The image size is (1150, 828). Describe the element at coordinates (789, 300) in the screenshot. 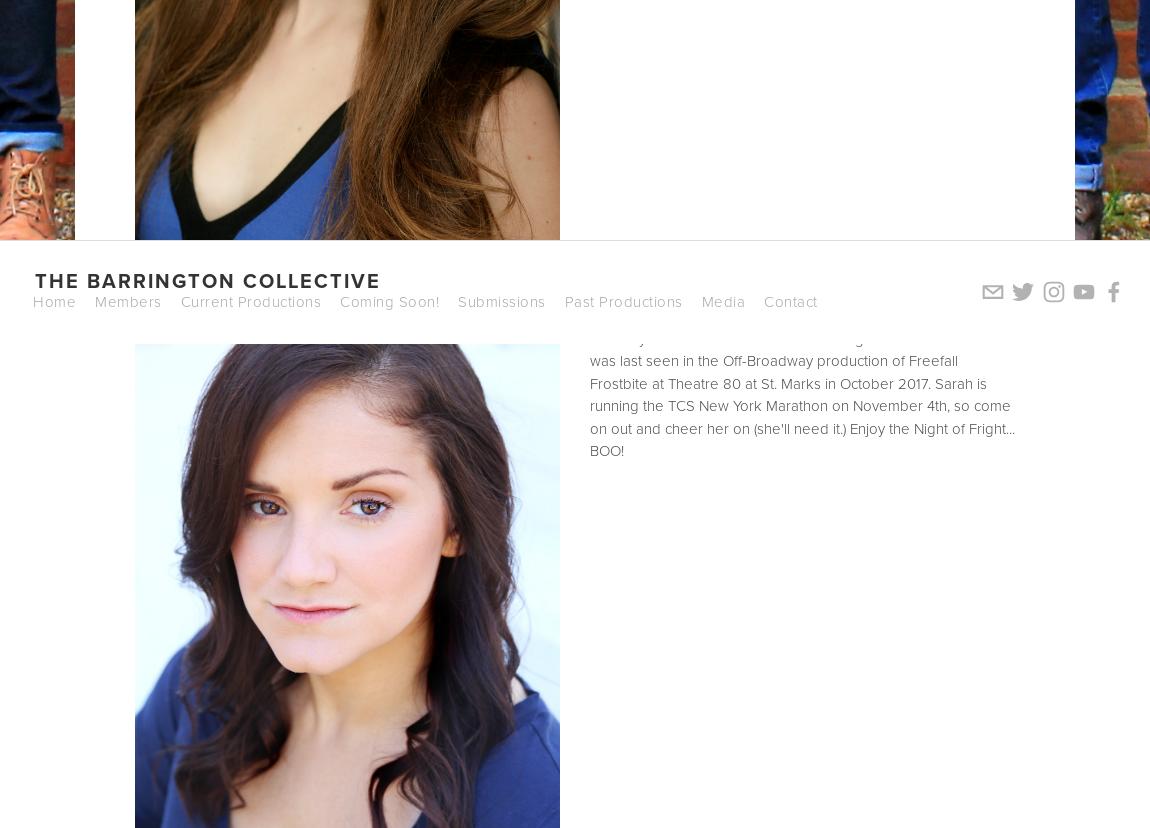

I see `'Contact'` at that location.